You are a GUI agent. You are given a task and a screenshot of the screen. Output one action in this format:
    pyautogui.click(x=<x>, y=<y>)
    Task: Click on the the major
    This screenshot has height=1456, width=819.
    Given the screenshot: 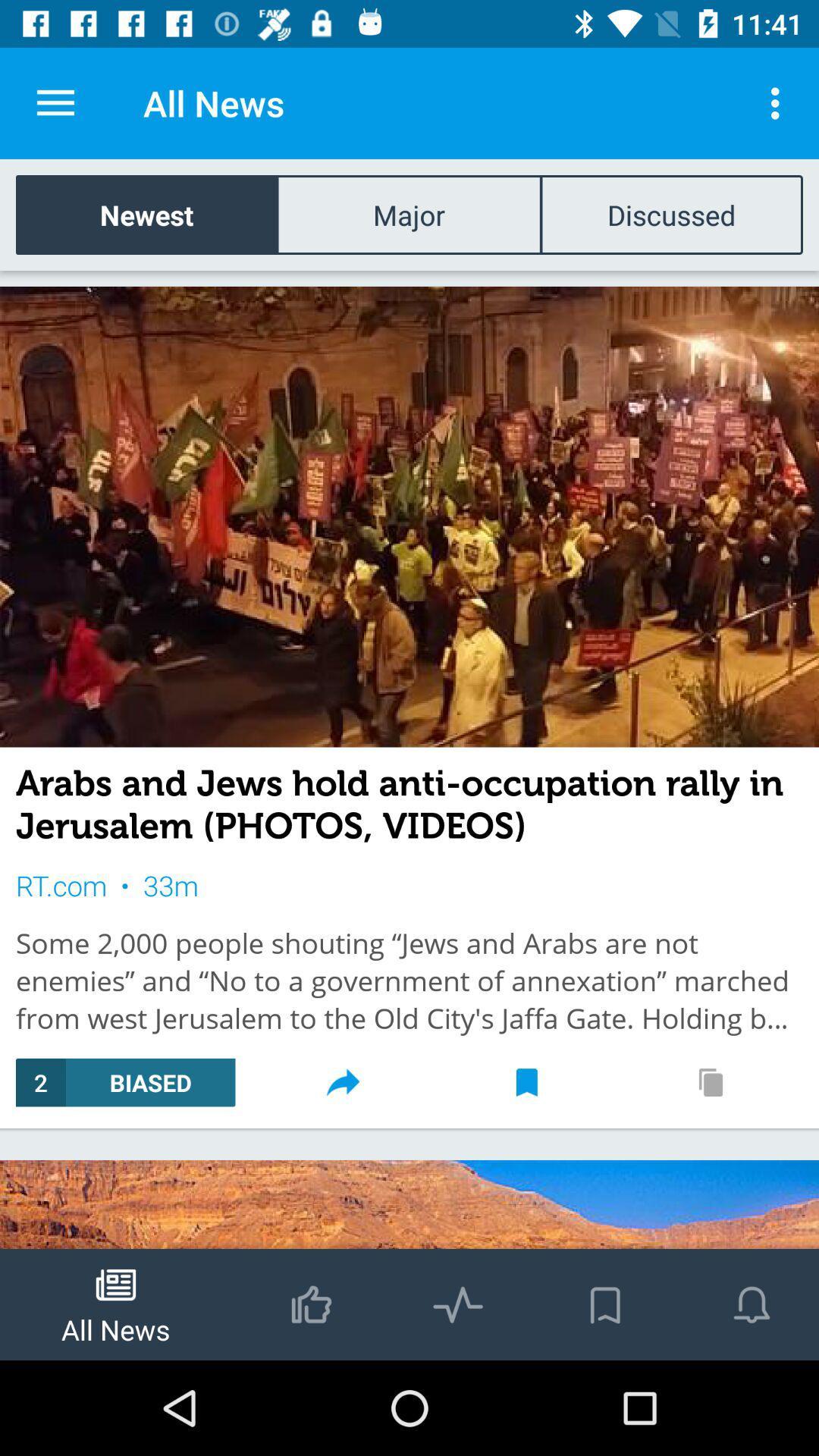 What is the action you would take?
    pyautogui.click(x=408, y=214)
    